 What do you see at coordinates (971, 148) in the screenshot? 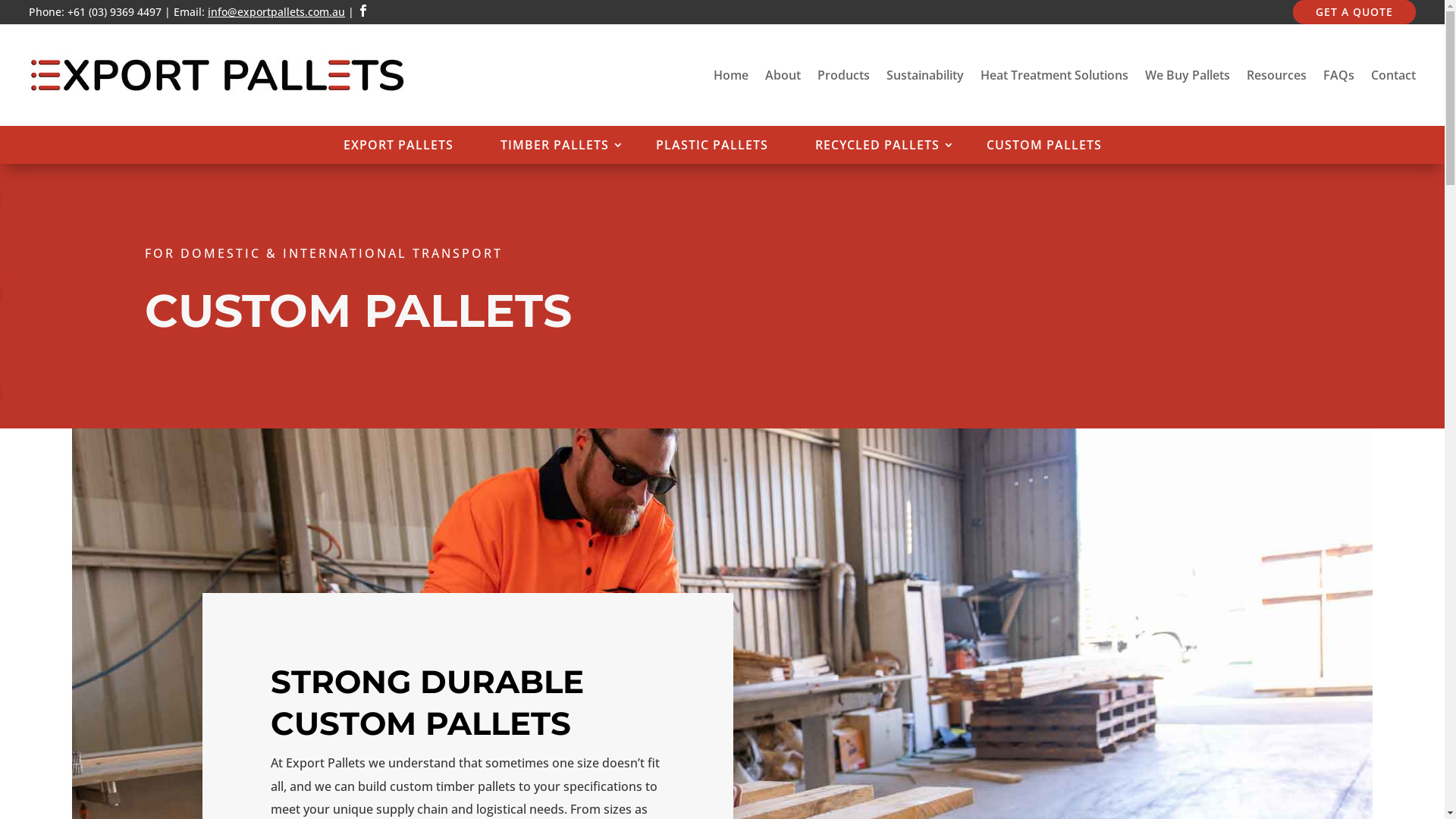
I see `'CUSTOM PALLETS'` at bounding box center [971, 148].